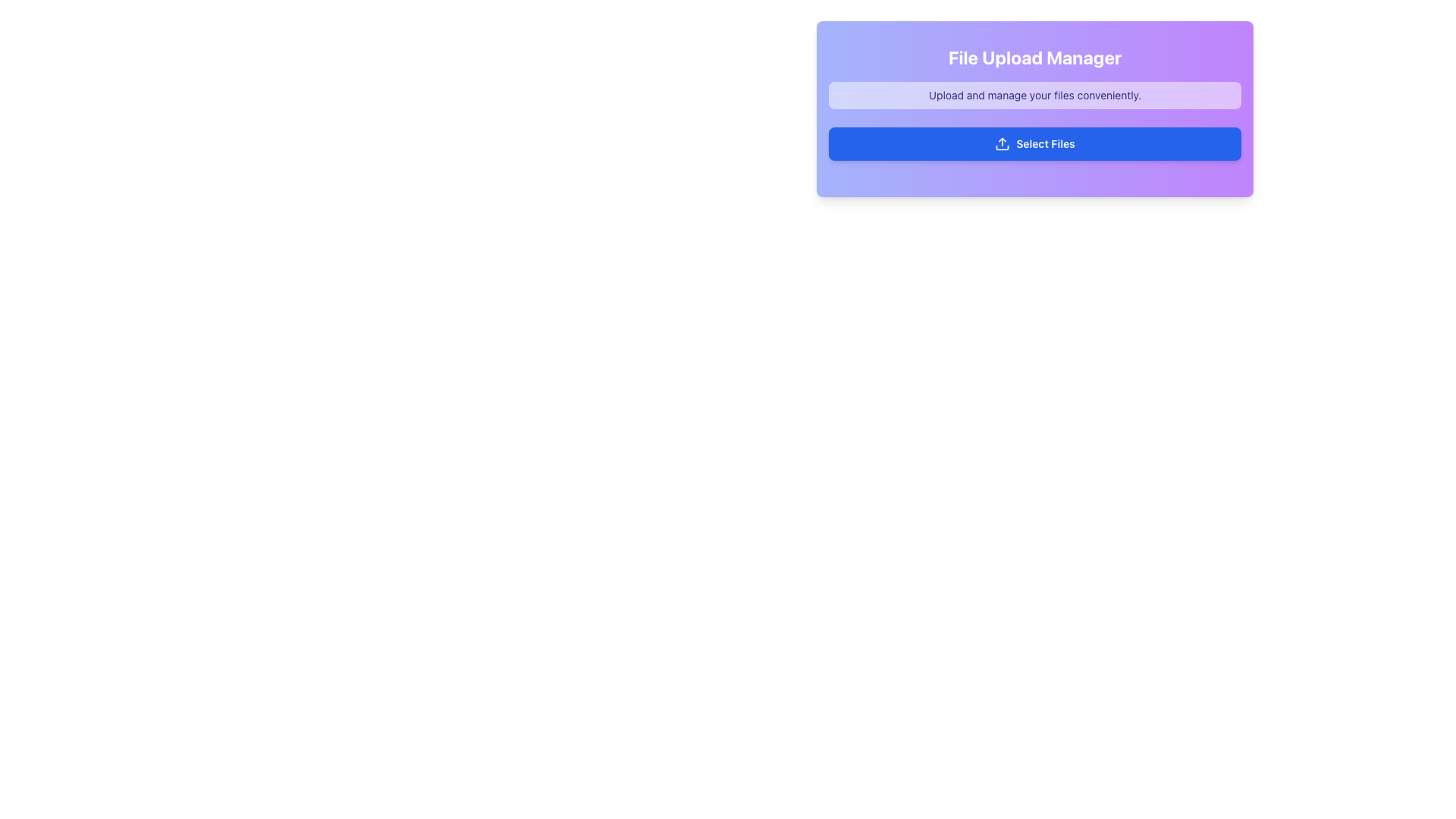  What do you see at coordinates (1034, 96) in the screenshot?
I see `the informational text block that provides guidance about file upload management functionalities, positioned below the 'File Upload Manager' heading and above the 'Select Files' button` at bounding box center [1034, 96].